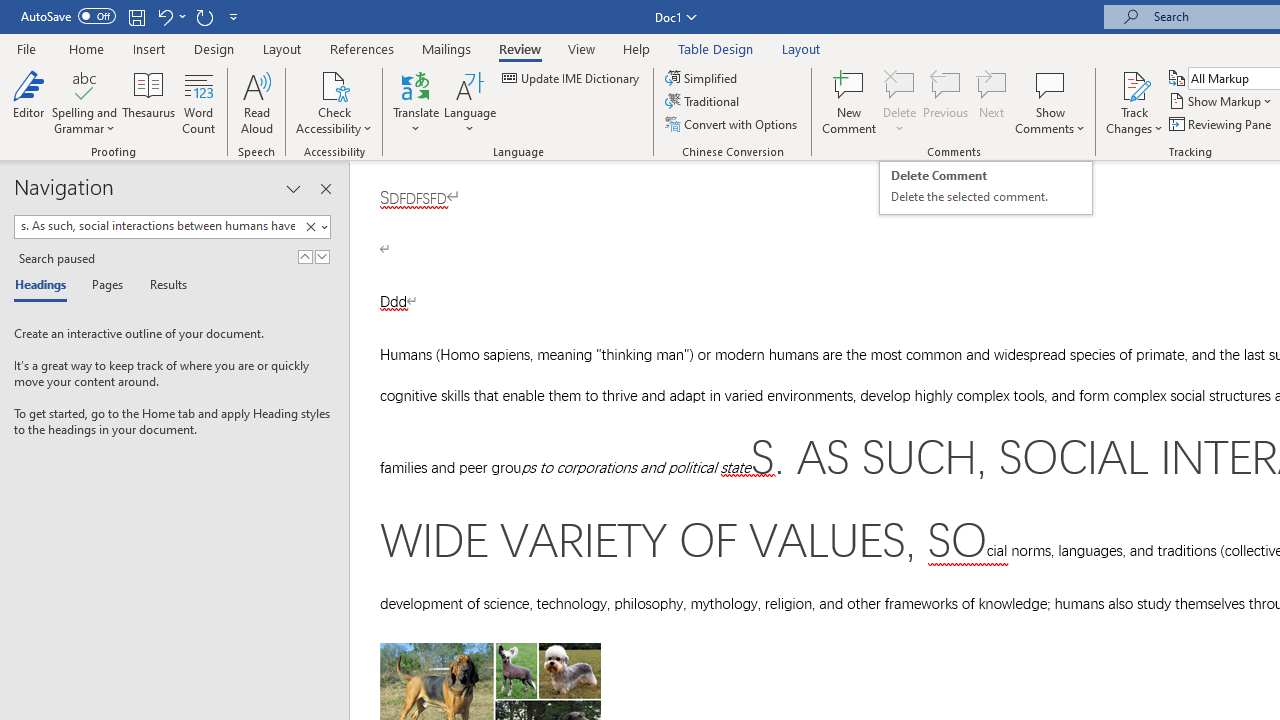 The image size is (1280, 720). Describe the element at coordinates (571, 77) in the screenshot. I see `'Update IME Dictionary...'` at that location.